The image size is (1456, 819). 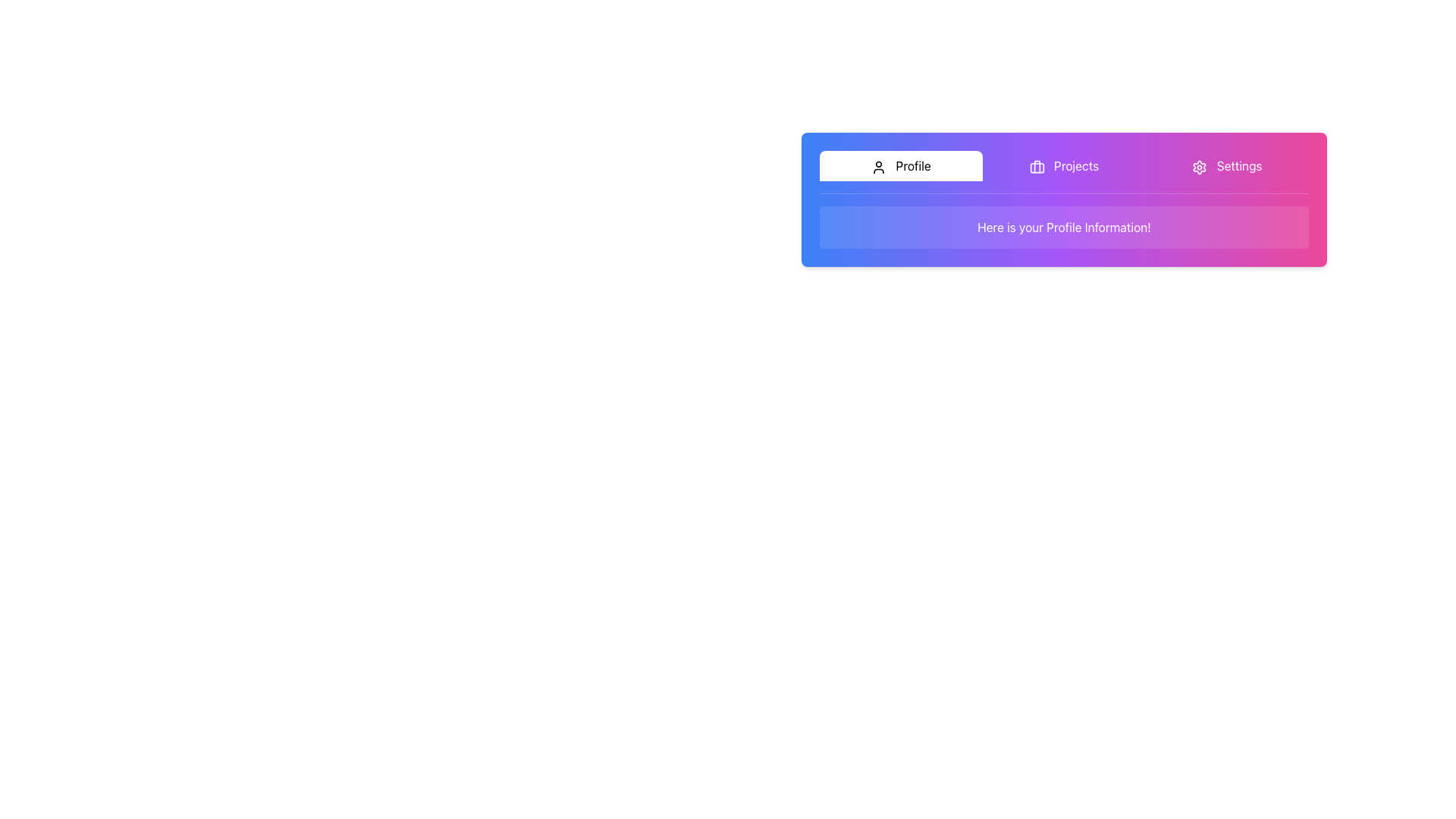 I want to click on the Navigation Menu at the top of the colored card for visual feedback, so click(x=1063, y=171).